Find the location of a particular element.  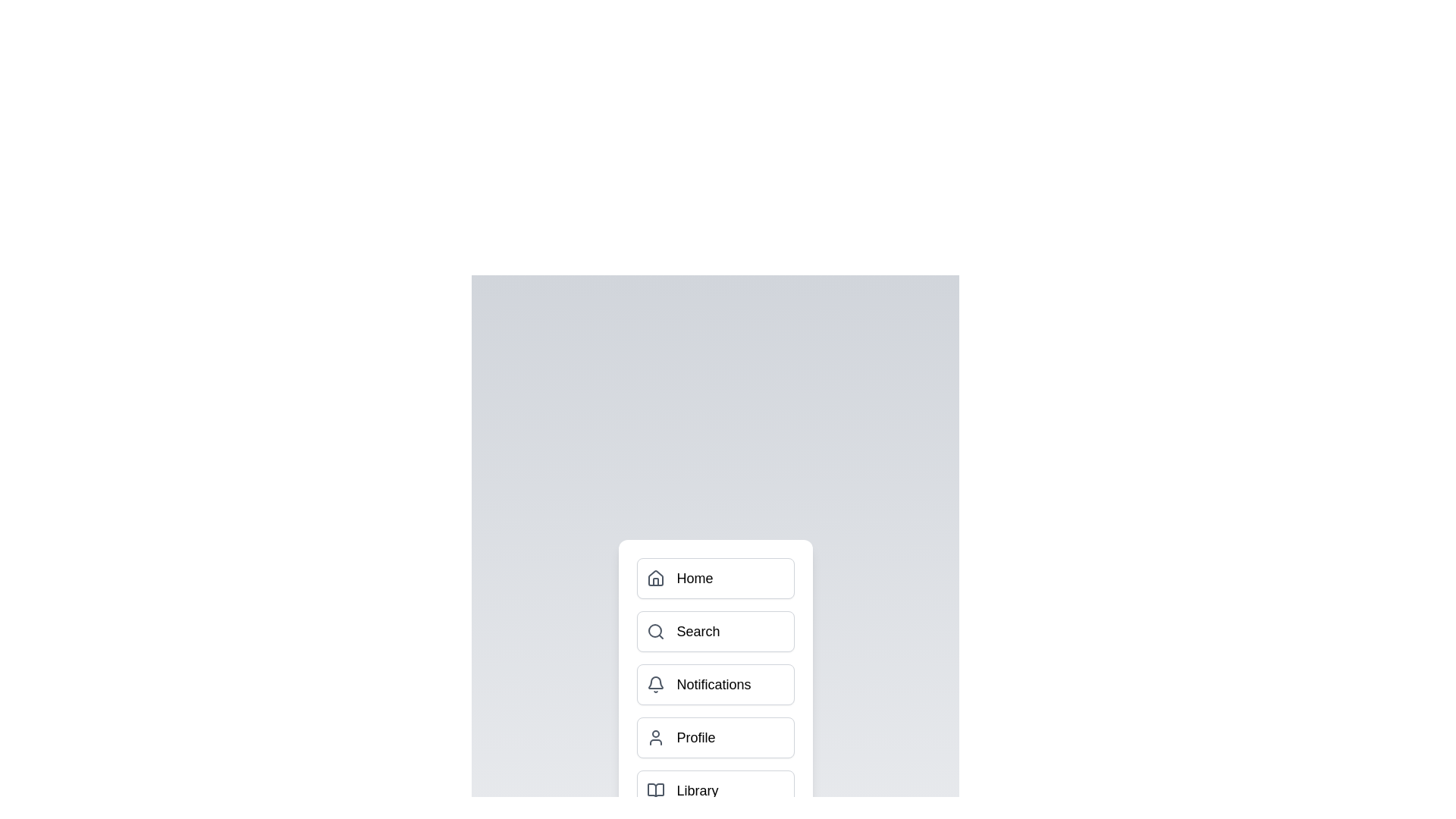

the menu item Home is located at coordinates (714, 579).